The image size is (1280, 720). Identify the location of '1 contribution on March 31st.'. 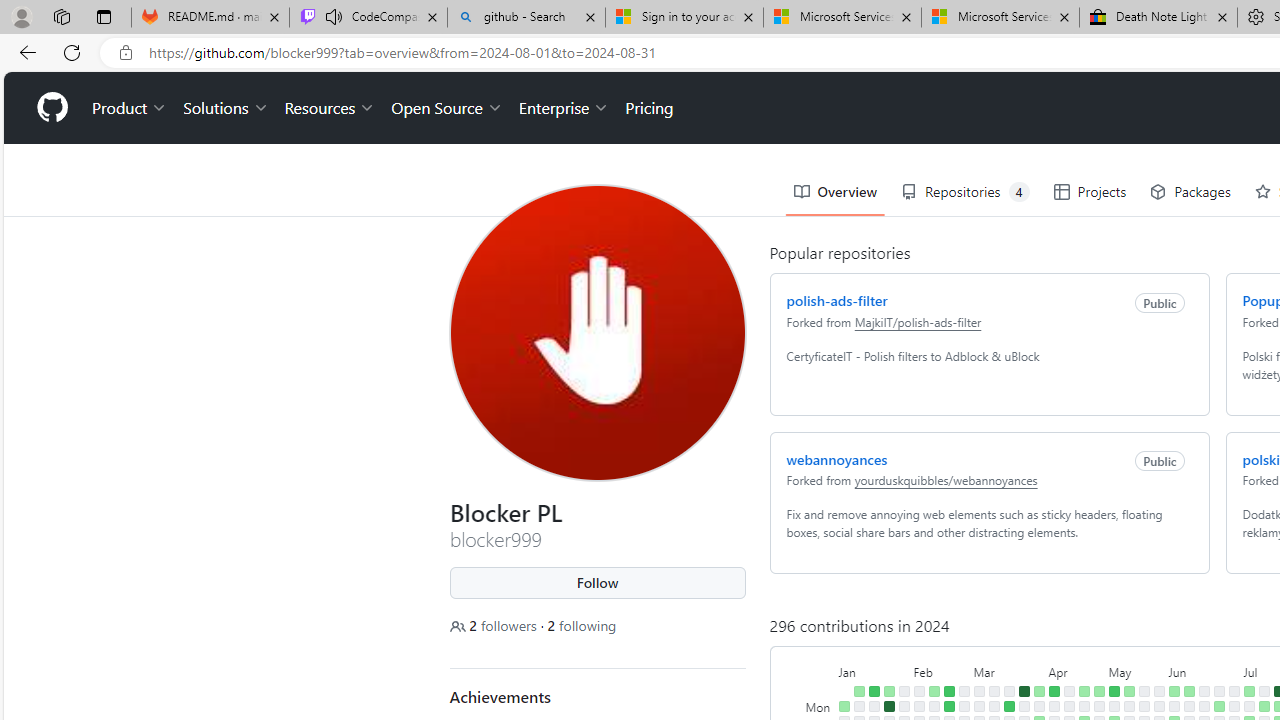
(1038, 690).